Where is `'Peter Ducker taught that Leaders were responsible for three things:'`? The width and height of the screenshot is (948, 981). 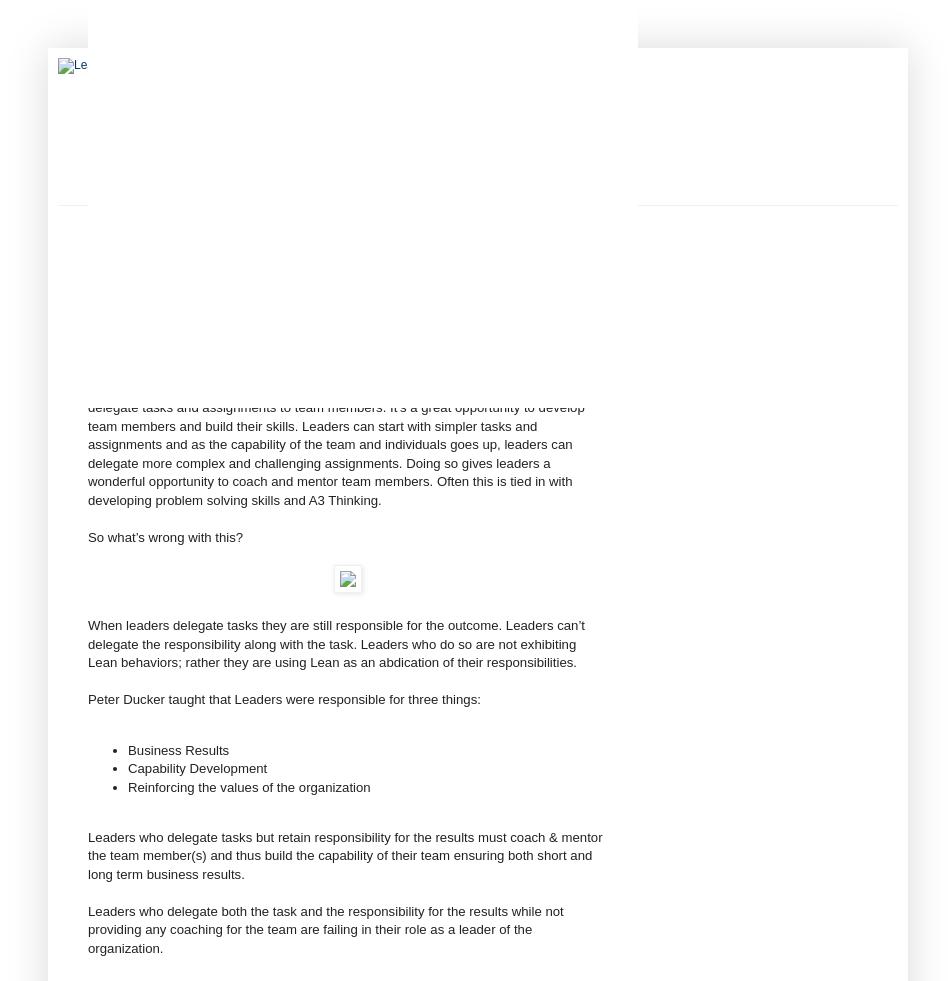 'Peter Ducker taught that Leaders were responsible for three things:' is located at coordinates (284, 699).